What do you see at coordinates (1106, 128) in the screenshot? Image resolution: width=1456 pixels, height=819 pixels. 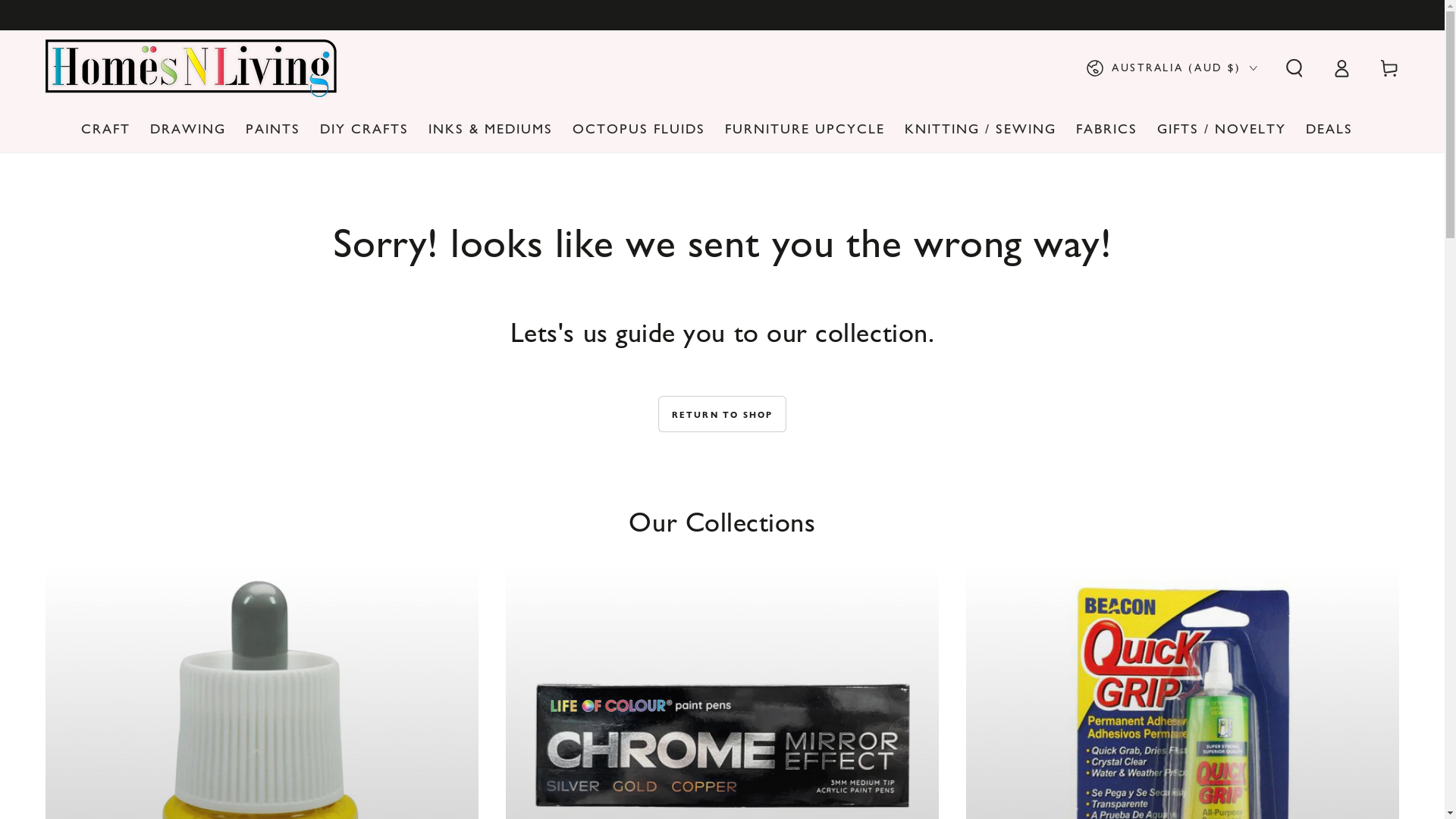 I see `'FABRICS'` at bounding box center [1106, 128].